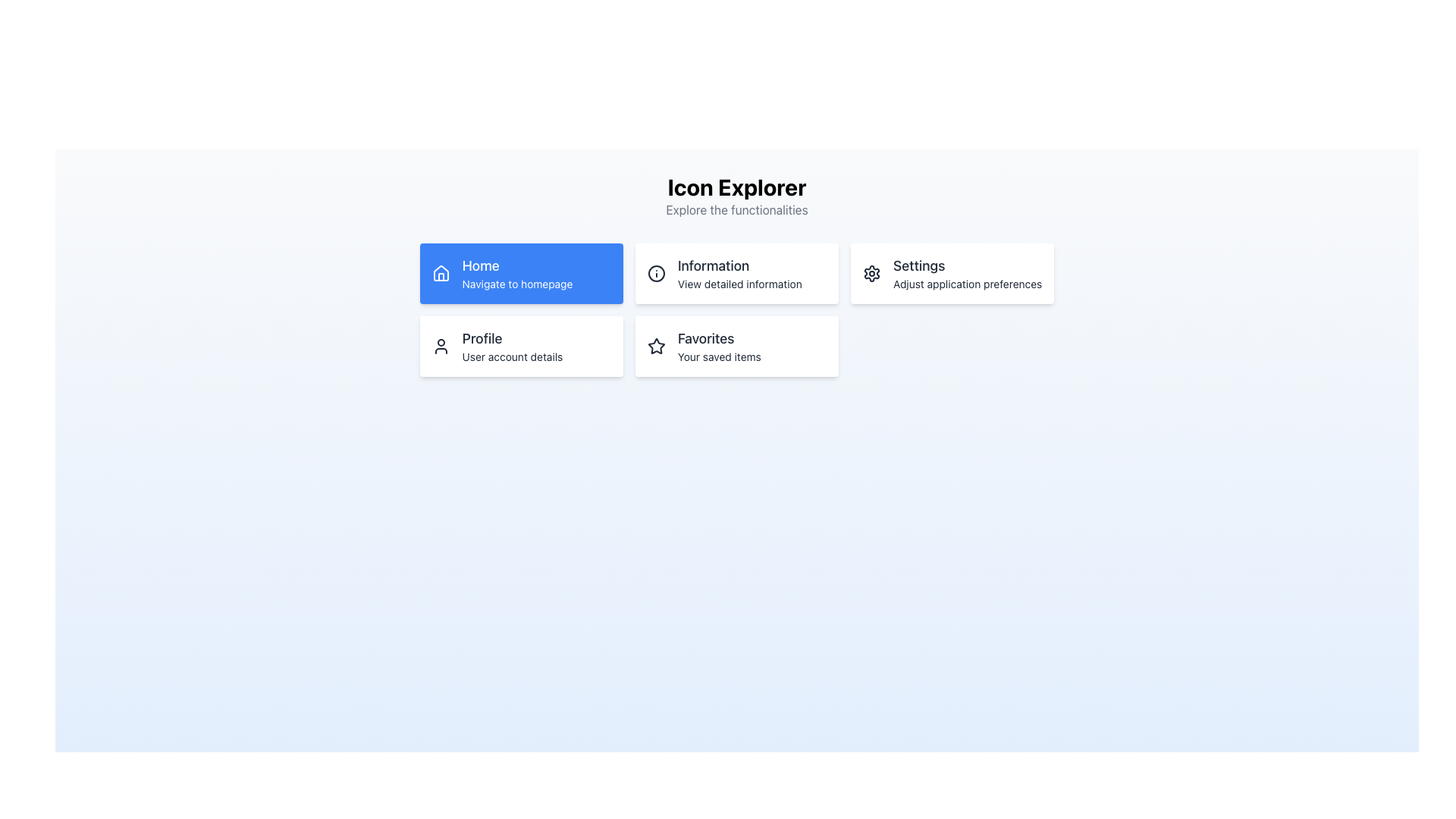 This screenshot has width=1456, height=819. I want to click on the 'Favorites' Text Display element, which provides the title 'Favorites' and subtitle 'Your saved items', located in the second row, second column of the grid layout, to the right of the star icon, so click(718, 346).